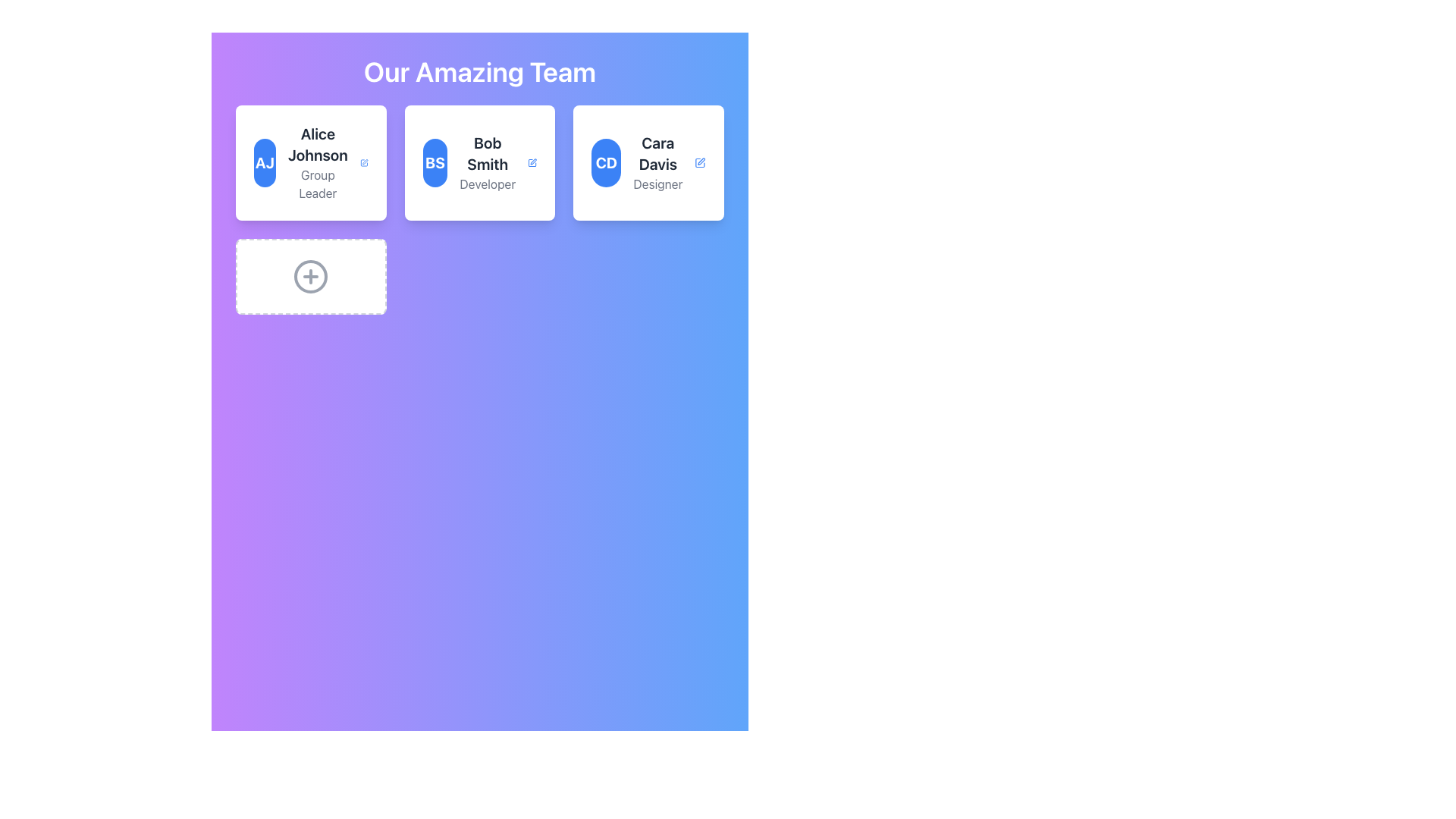  I want to click on the Text Display that presents the name and professional title (Designer) of the individual in the upper right corner of the user profile card, positioned to the right of the circular blue initials avatar displaying 'CD', so click(657, 163).